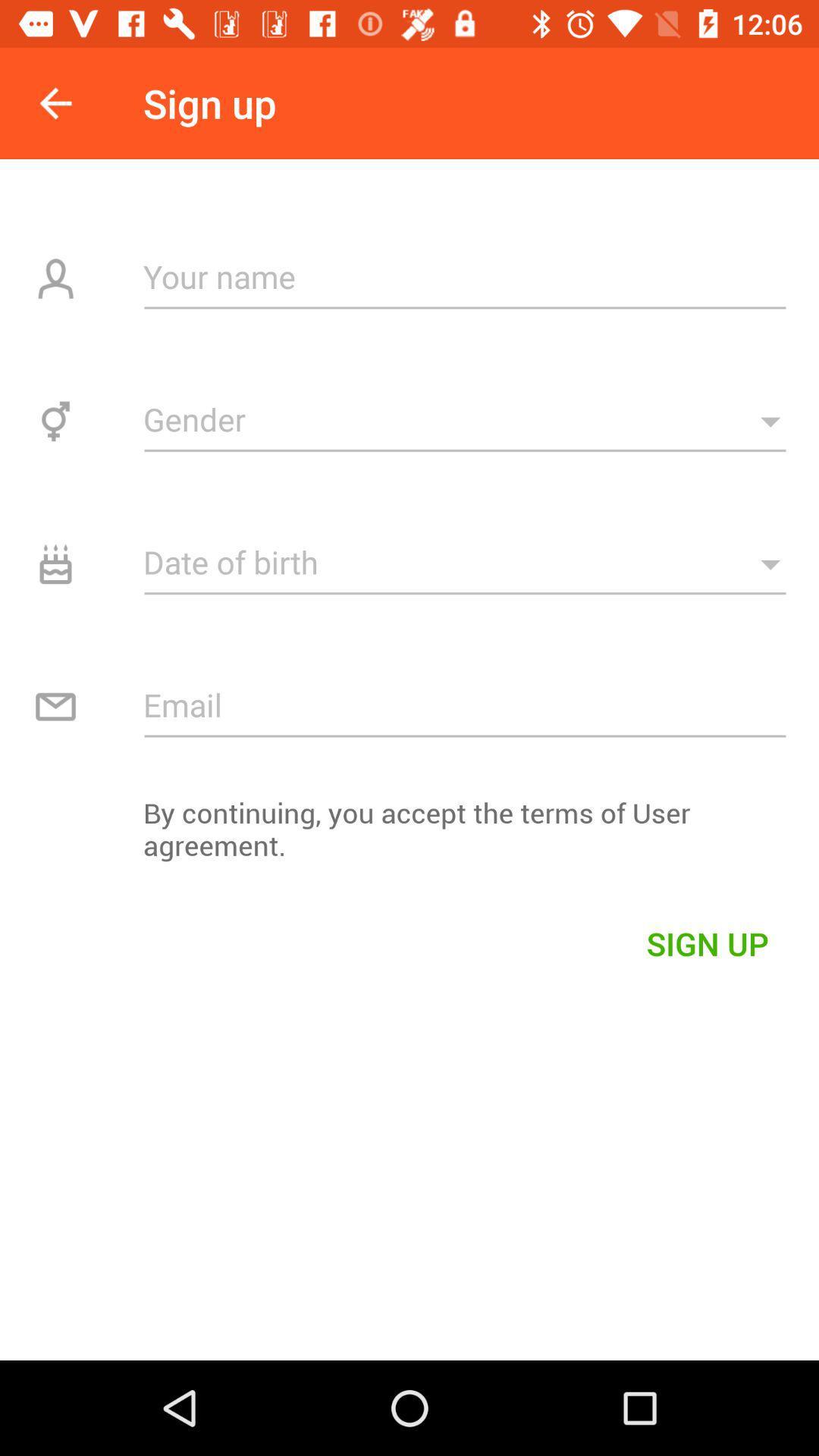  Describe the element at coordinates (464, 704) in the screenshot. I see `email` at that location.